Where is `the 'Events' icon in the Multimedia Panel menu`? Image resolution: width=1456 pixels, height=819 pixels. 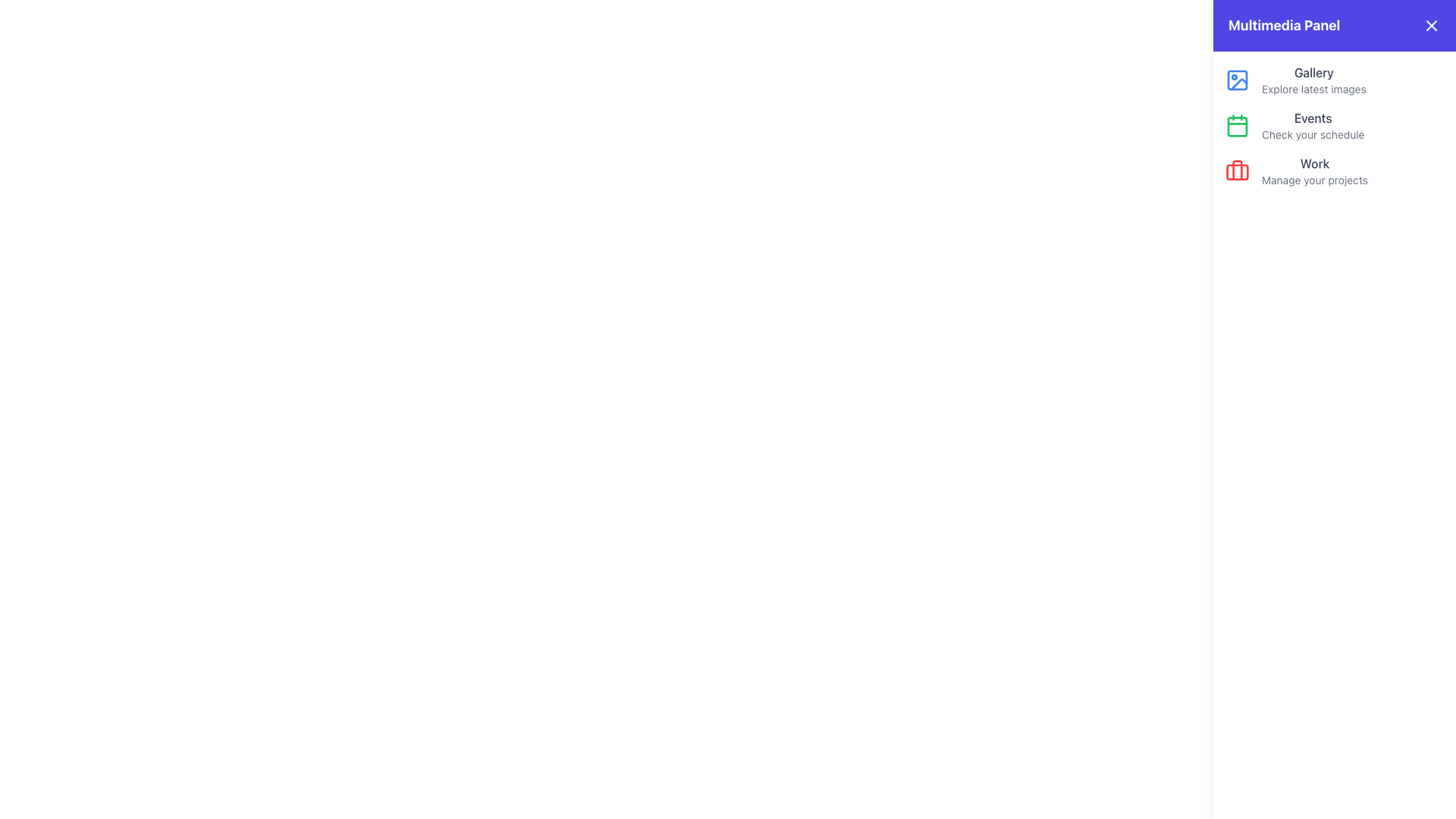
the 'Events' icon in the Multimedia Panel menu is located at coordinates (1238, 124).